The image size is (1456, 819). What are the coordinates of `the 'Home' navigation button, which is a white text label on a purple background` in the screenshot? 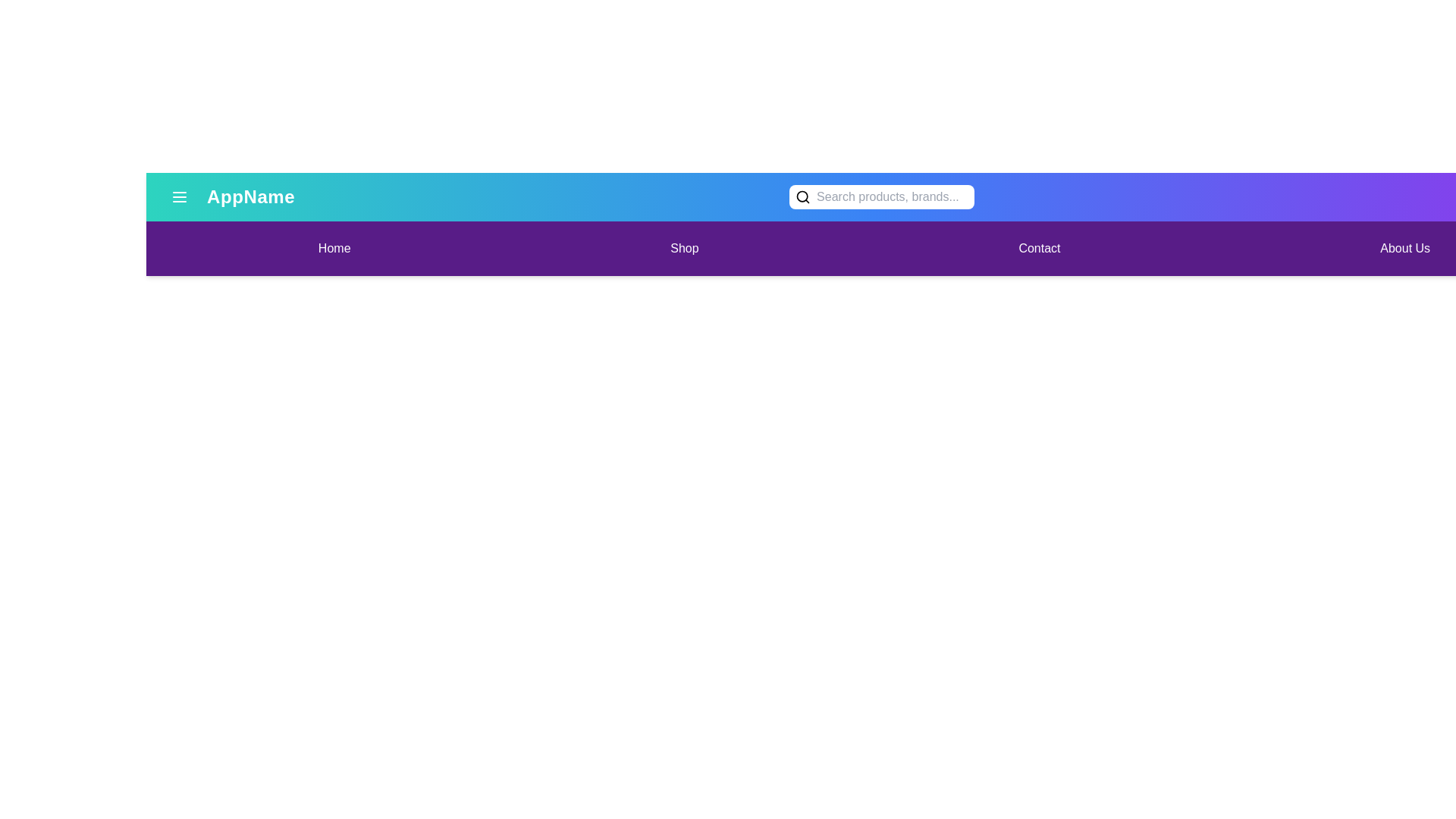 It's located at (334, 247).